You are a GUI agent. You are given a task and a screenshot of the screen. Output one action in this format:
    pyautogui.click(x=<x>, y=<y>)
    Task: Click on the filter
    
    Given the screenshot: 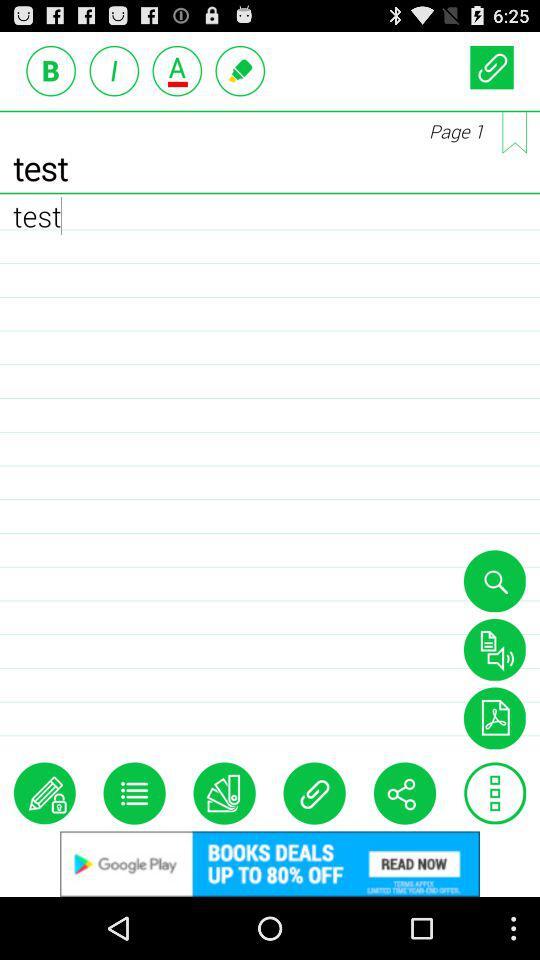 What is the action you would take?
    pyautogui.click(x=493, y=718)
    